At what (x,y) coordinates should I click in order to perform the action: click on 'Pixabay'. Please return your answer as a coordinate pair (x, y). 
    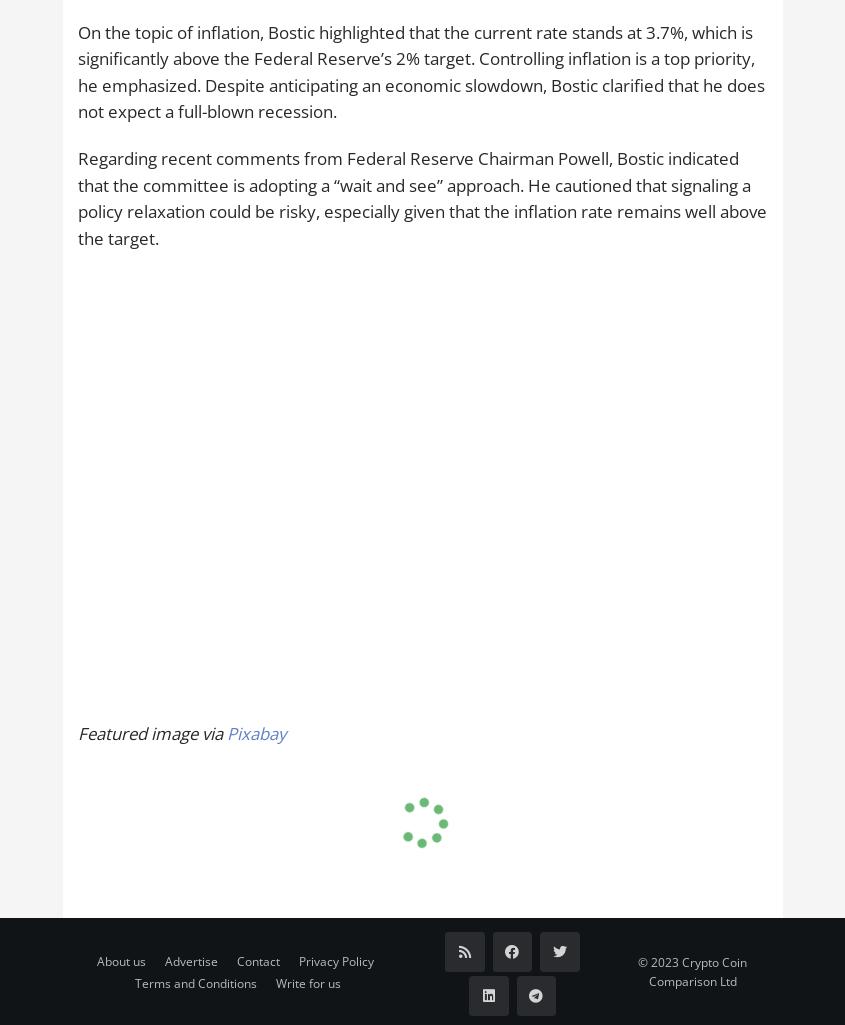
    Looking at the image, I should click on (255, 732).